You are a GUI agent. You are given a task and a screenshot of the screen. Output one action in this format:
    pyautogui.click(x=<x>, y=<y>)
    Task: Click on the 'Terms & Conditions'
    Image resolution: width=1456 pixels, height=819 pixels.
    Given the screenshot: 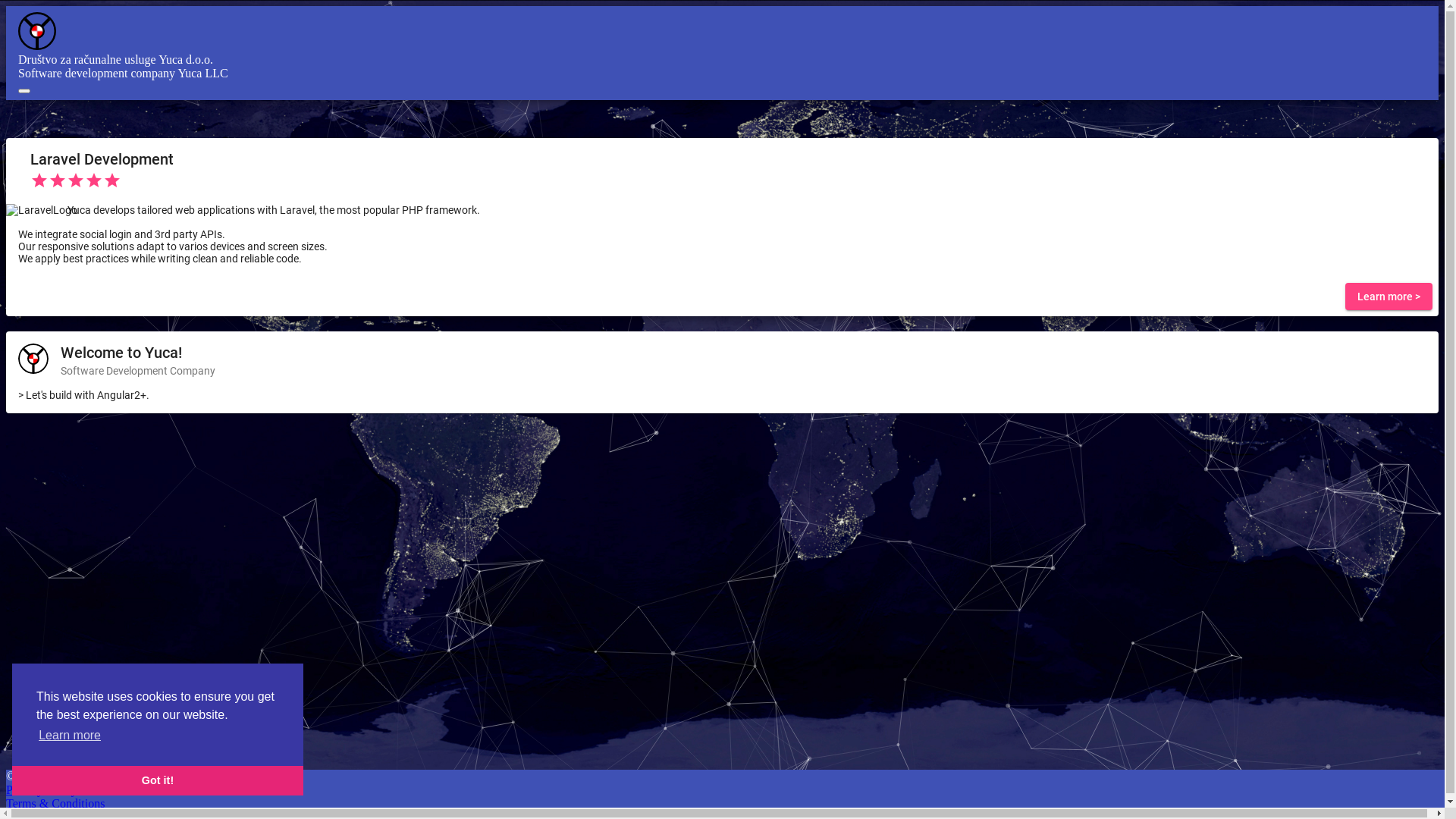 What is the action you would take?
    pyautogui.click(x=55, y=802)
    